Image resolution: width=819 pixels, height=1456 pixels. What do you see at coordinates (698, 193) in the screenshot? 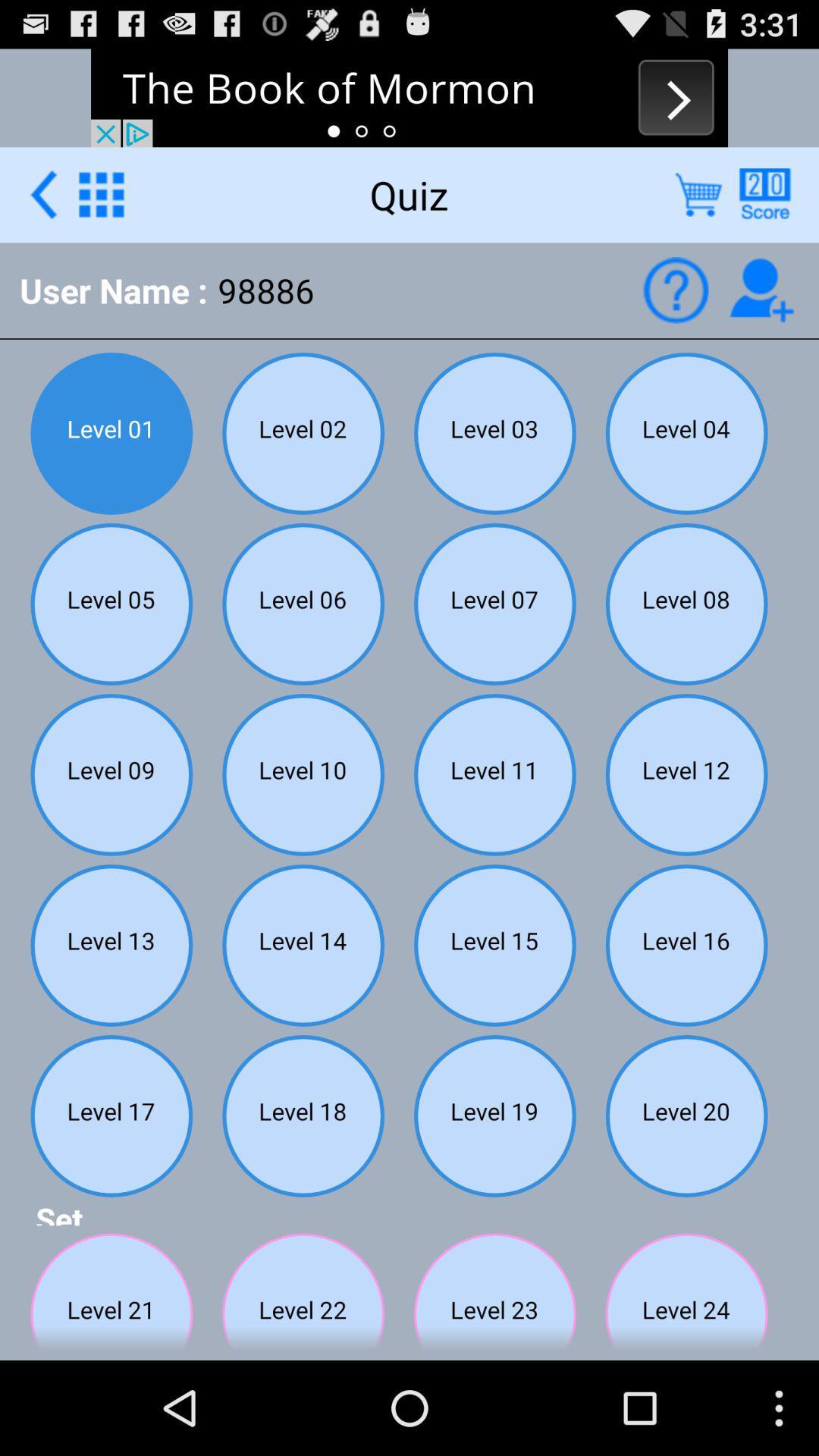
I see `cart` at bounding box center [698, 193].